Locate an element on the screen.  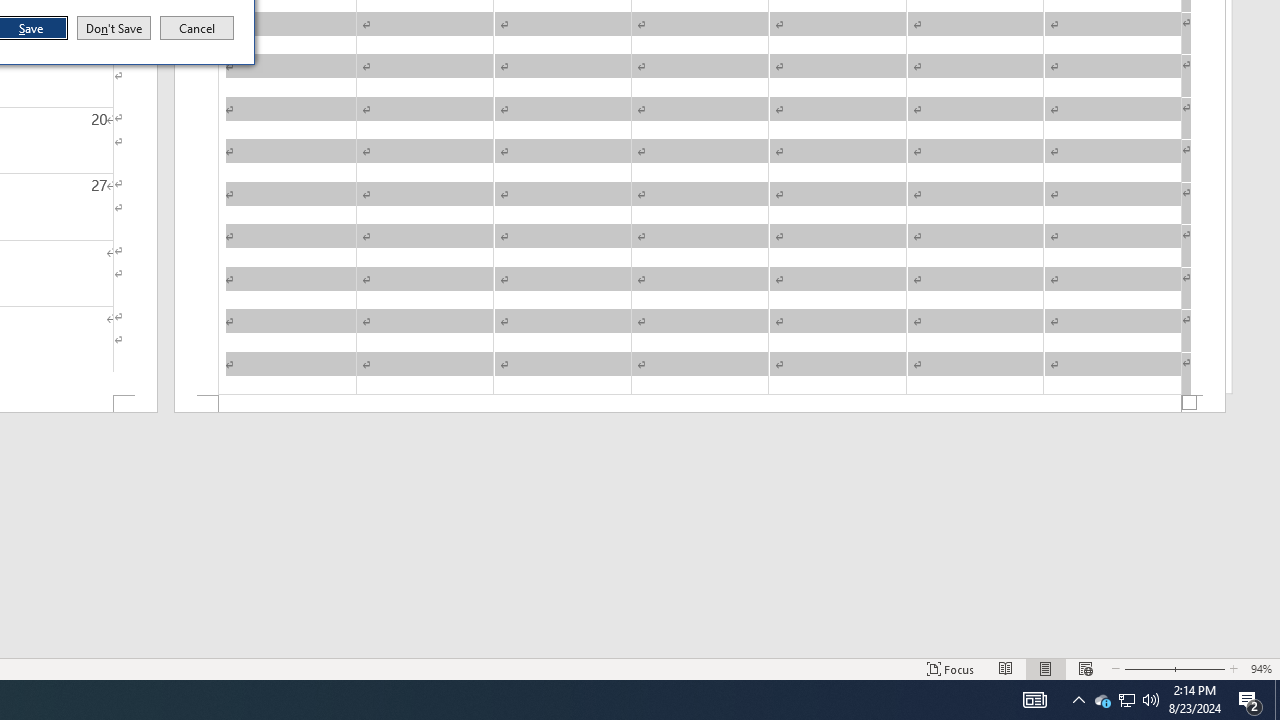
'Zoom Out' is located at coordinates (1147, 669).